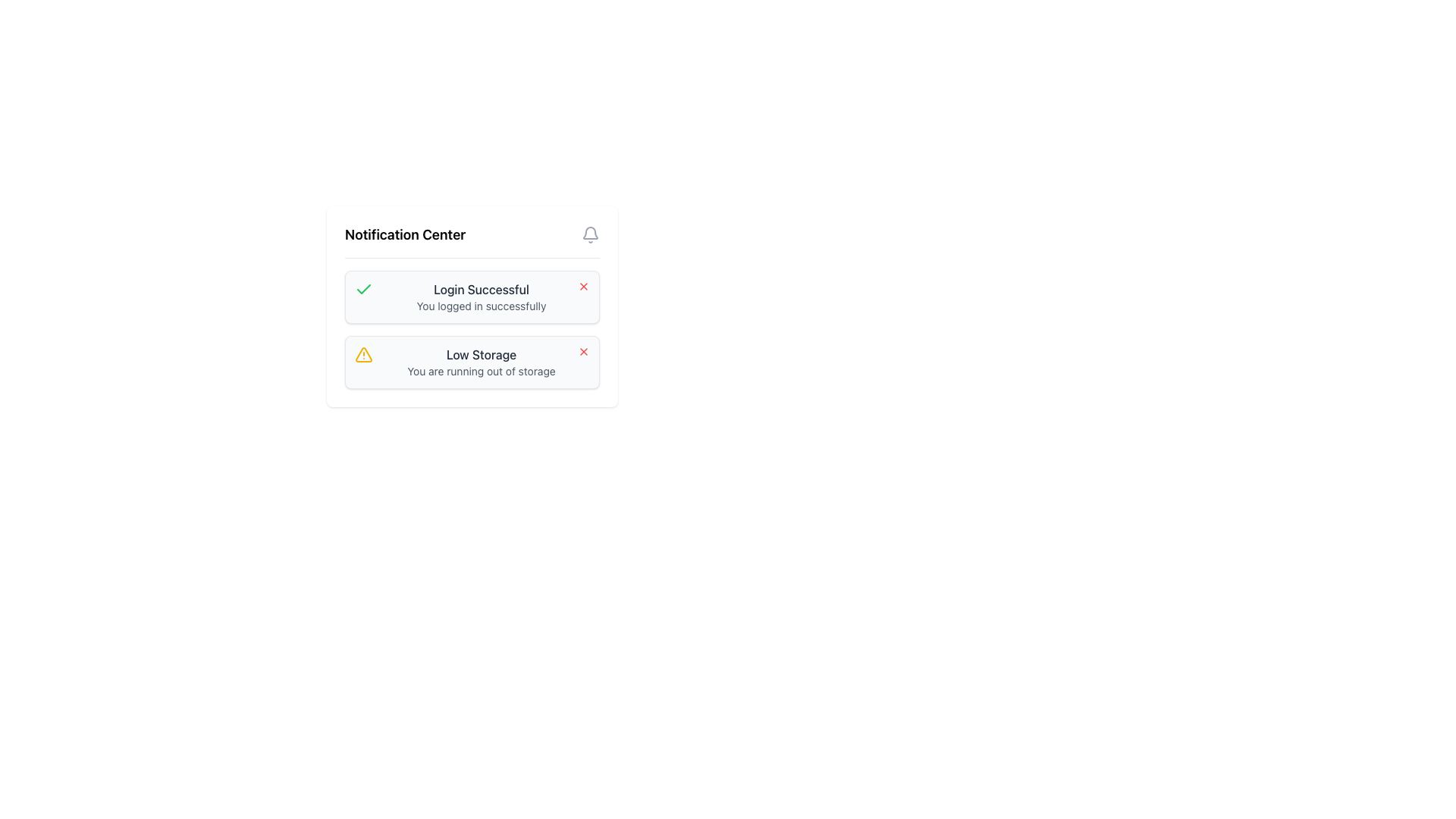 Image resolution: width=1456 pixels, height=819 pixels. Describe the element at coordinates (480, 297) in the screenshot. I see `the Text Block displaying 'Login Successful' and 'You logged in successfully', which is centrally positioned within the Notification Center interface` at that location.